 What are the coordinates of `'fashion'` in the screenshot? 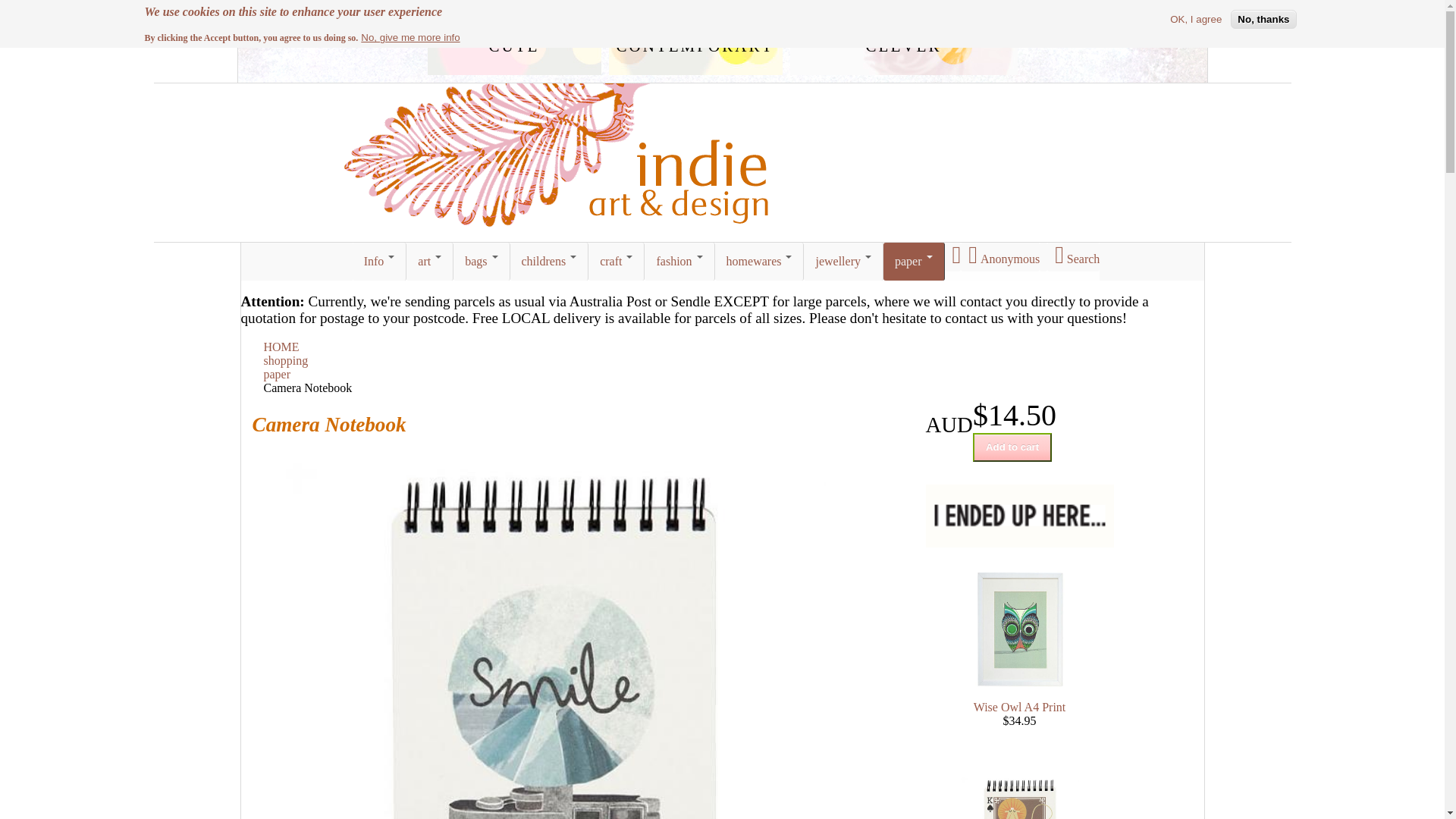 It's located at (679, 260).